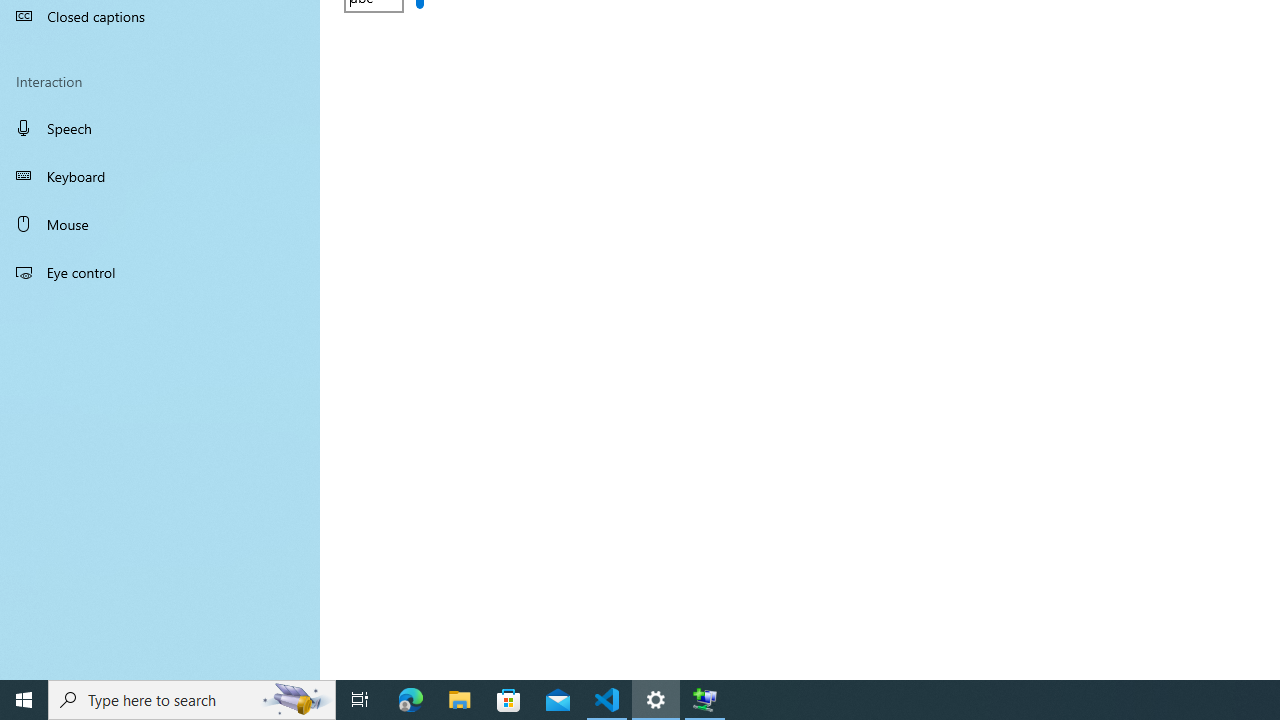  What do you see at coordinates (705, 698) in the screenshot?
I see `'Extensible Wizards Host Process - 1 running window'` at bounding box center [705, 698].